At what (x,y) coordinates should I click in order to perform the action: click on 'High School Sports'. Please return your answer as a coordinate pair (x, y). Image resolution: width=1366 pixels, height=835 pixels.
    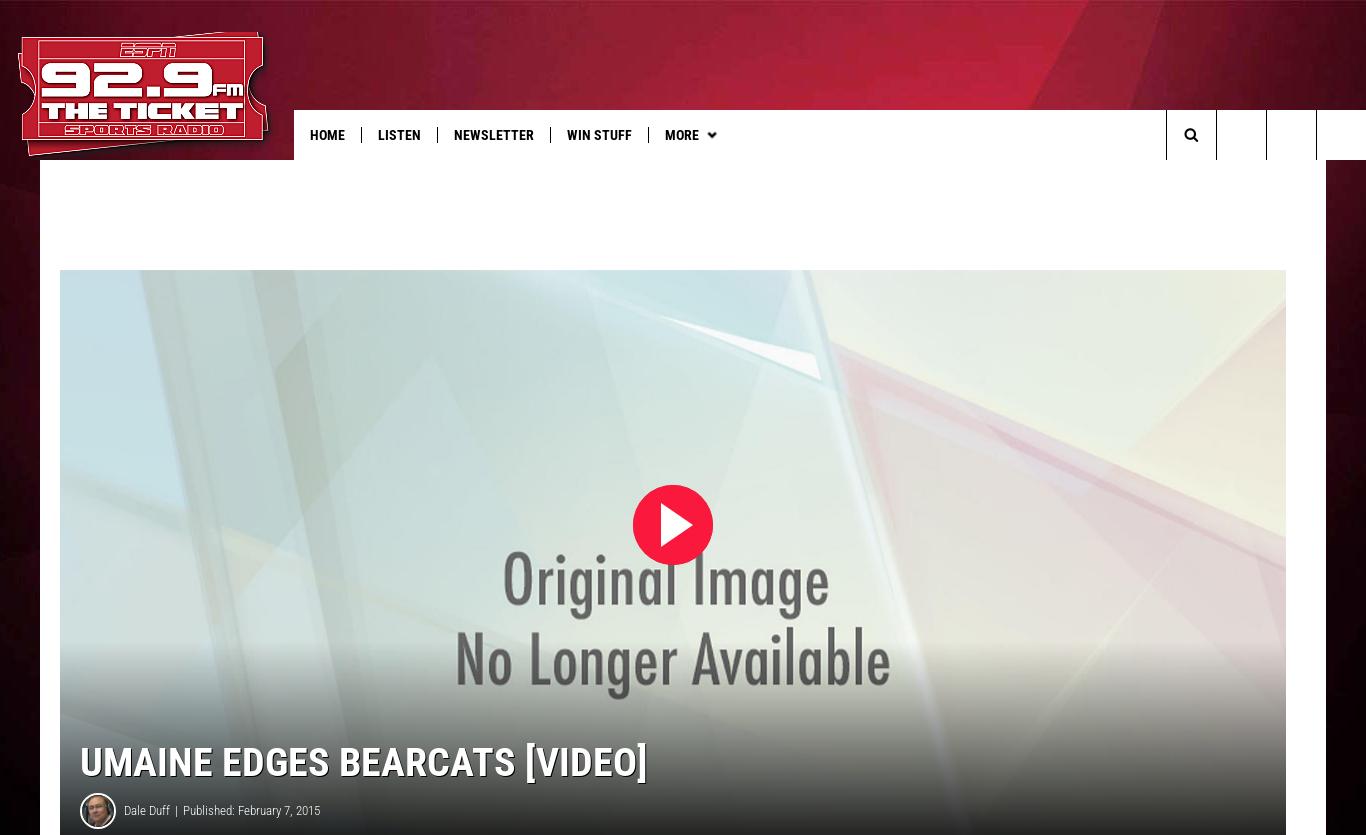
    Looking at the image, I should click on (727, 176).